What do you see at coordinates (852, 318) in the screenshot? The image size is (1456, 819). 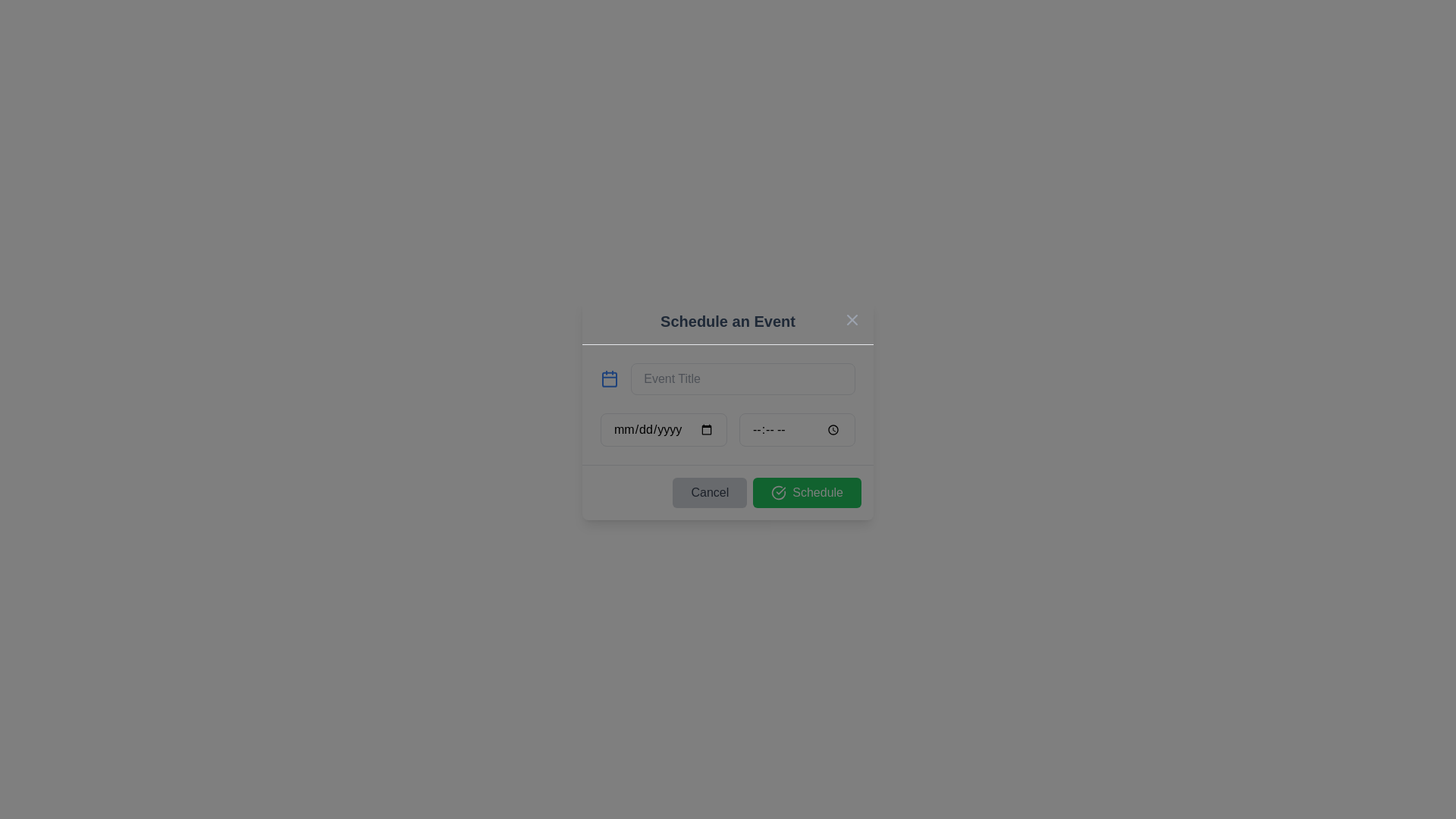 I see `the close button located in the top-right corner of the 'Schedule an Event' dialog box to change its color` at bounding box center [852, 318].